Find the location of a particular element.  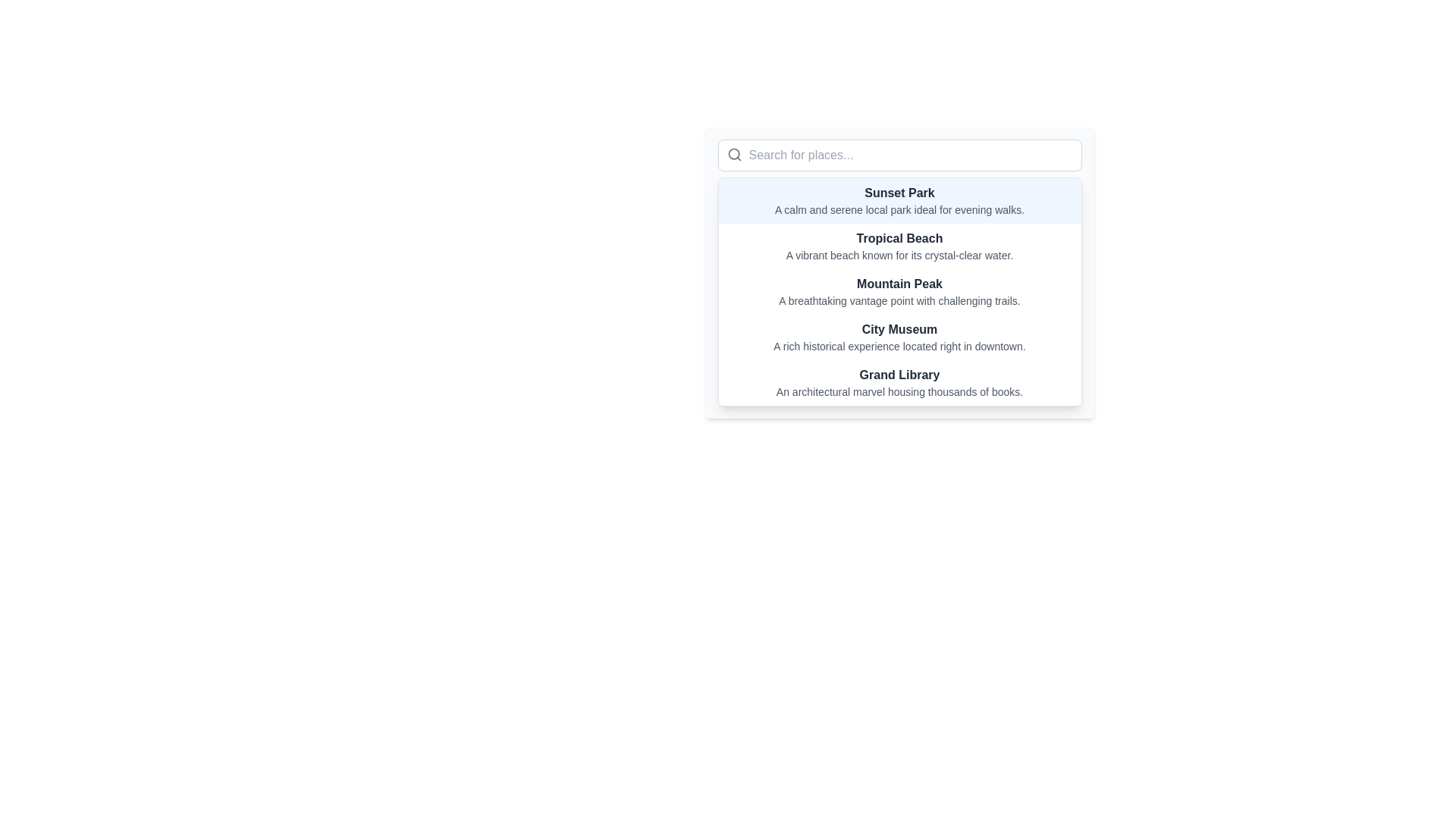

the text block that provides information about 'Mountain Peak' located in the list between 'Tropical Beach' and 'City Museum' is located at coordinates (899, 292).